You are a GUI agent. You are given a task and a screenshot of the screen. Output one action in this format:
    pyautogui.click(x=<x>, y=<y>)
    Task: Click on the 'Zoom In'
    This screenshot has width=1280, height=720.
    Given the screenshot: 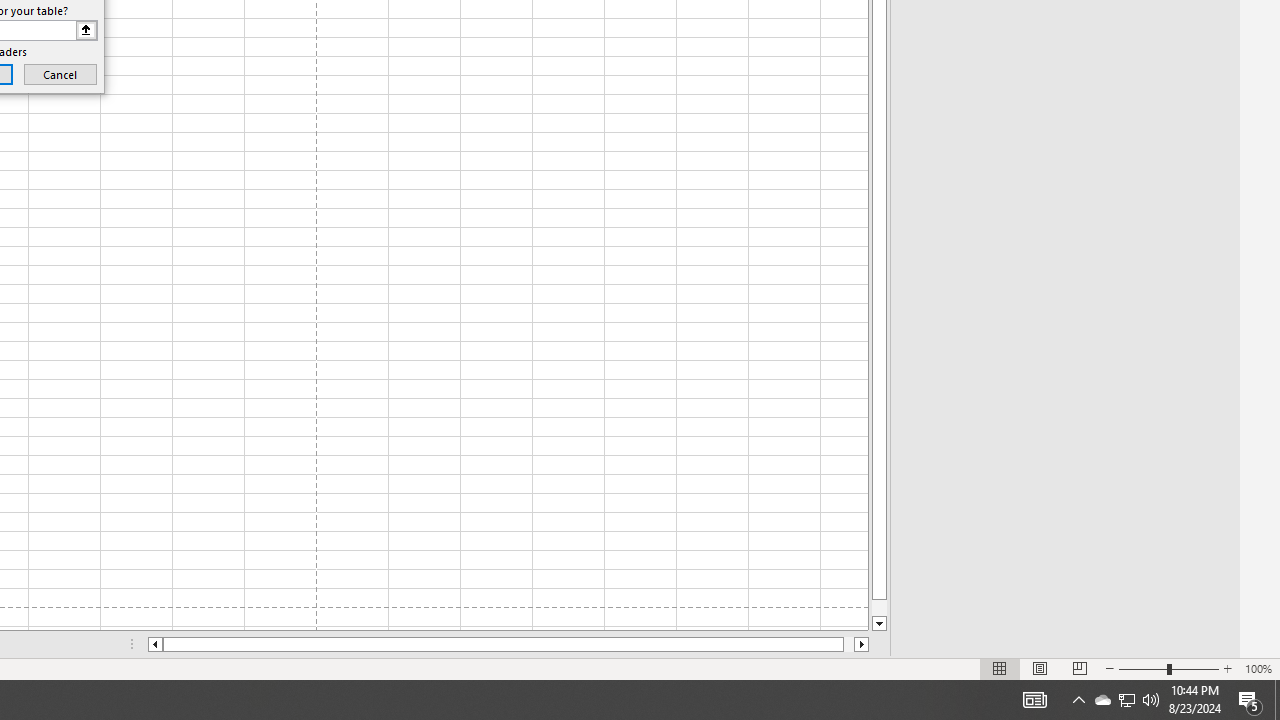 What is the action you would take?
    pyautogui.click(x=1226, y=669)
    